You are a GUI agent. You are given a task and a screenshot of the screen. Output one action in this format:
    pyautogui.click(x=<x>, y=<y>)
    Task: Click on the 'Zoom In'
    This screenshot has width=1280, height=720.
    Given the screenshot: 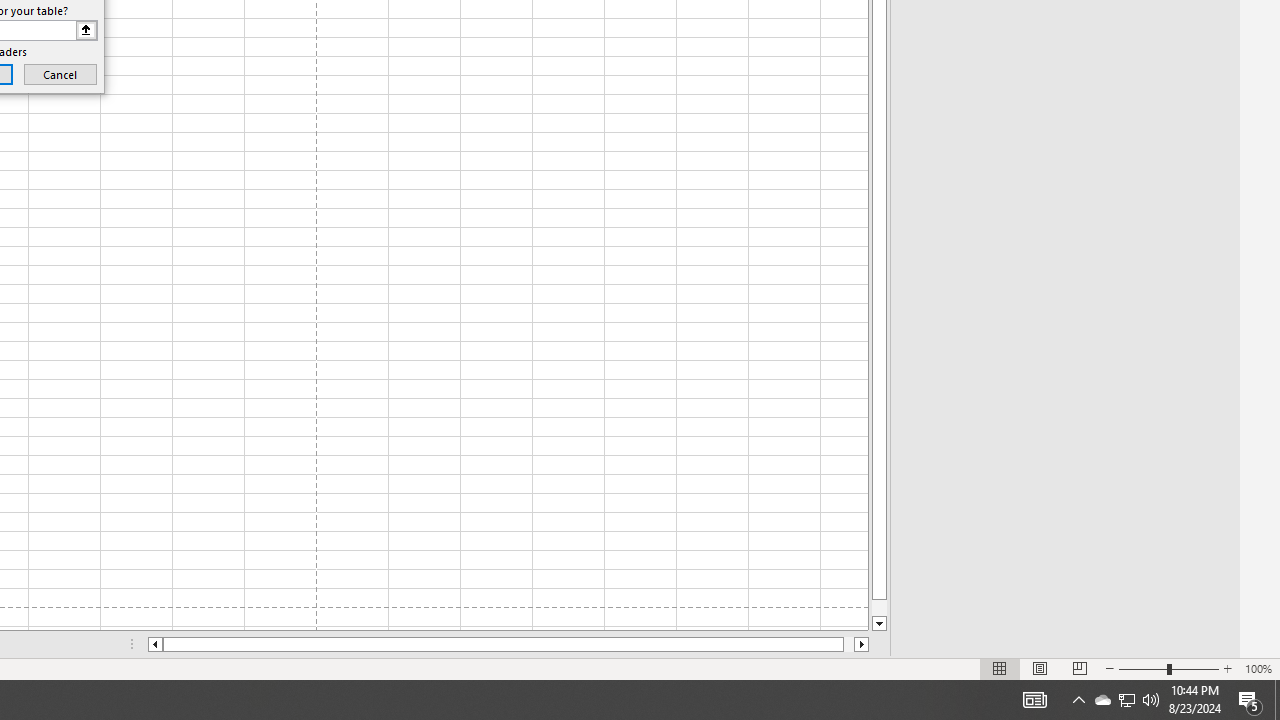 What is the action you would take?
    pyautogui.click(x=1226, y=669)
    